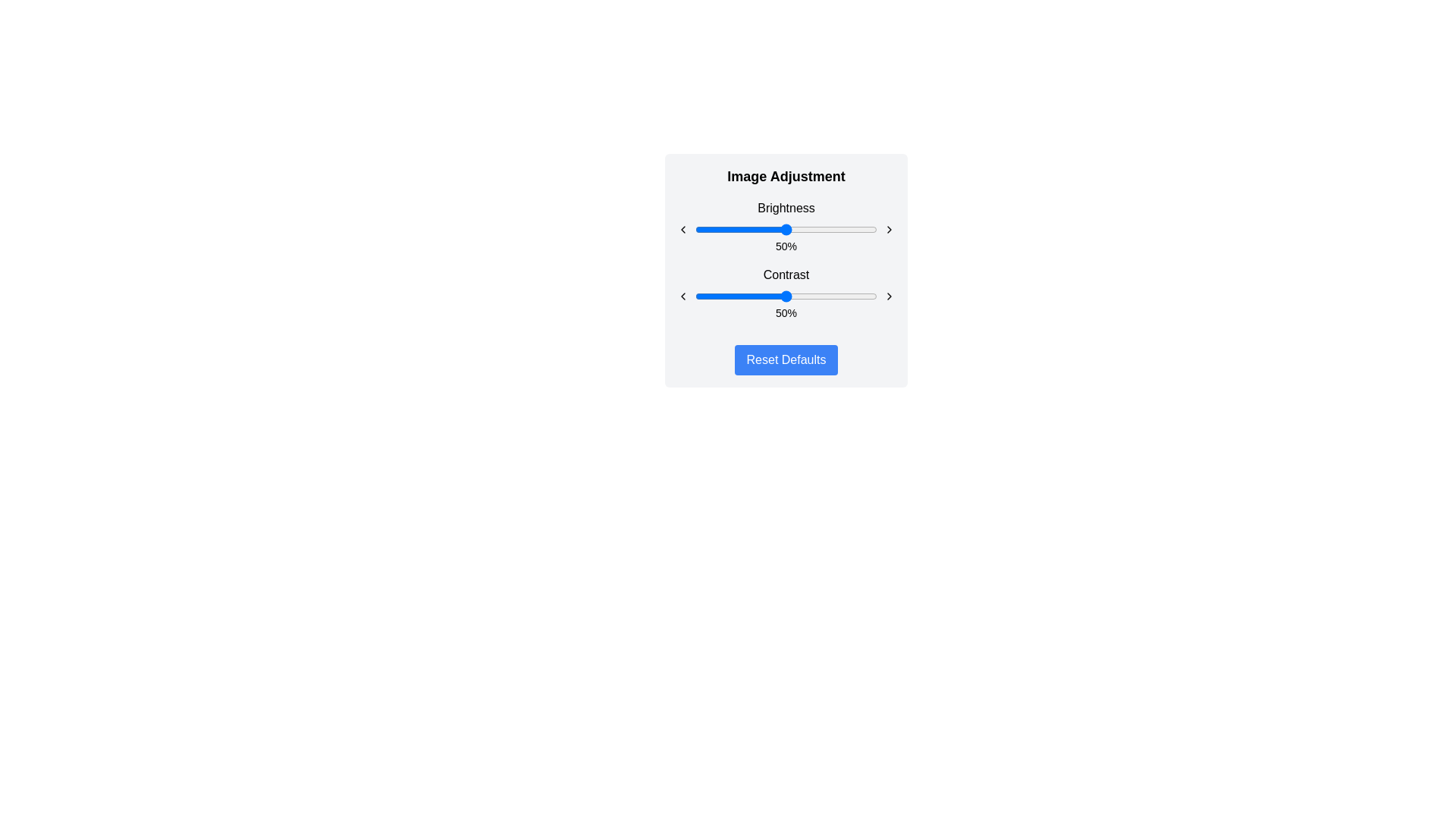 This screenshot has width=1456, height=819. What do you see at coordinates (771, 230) in the screenshot?
I see `brightness` at bounding box center [771, 230].